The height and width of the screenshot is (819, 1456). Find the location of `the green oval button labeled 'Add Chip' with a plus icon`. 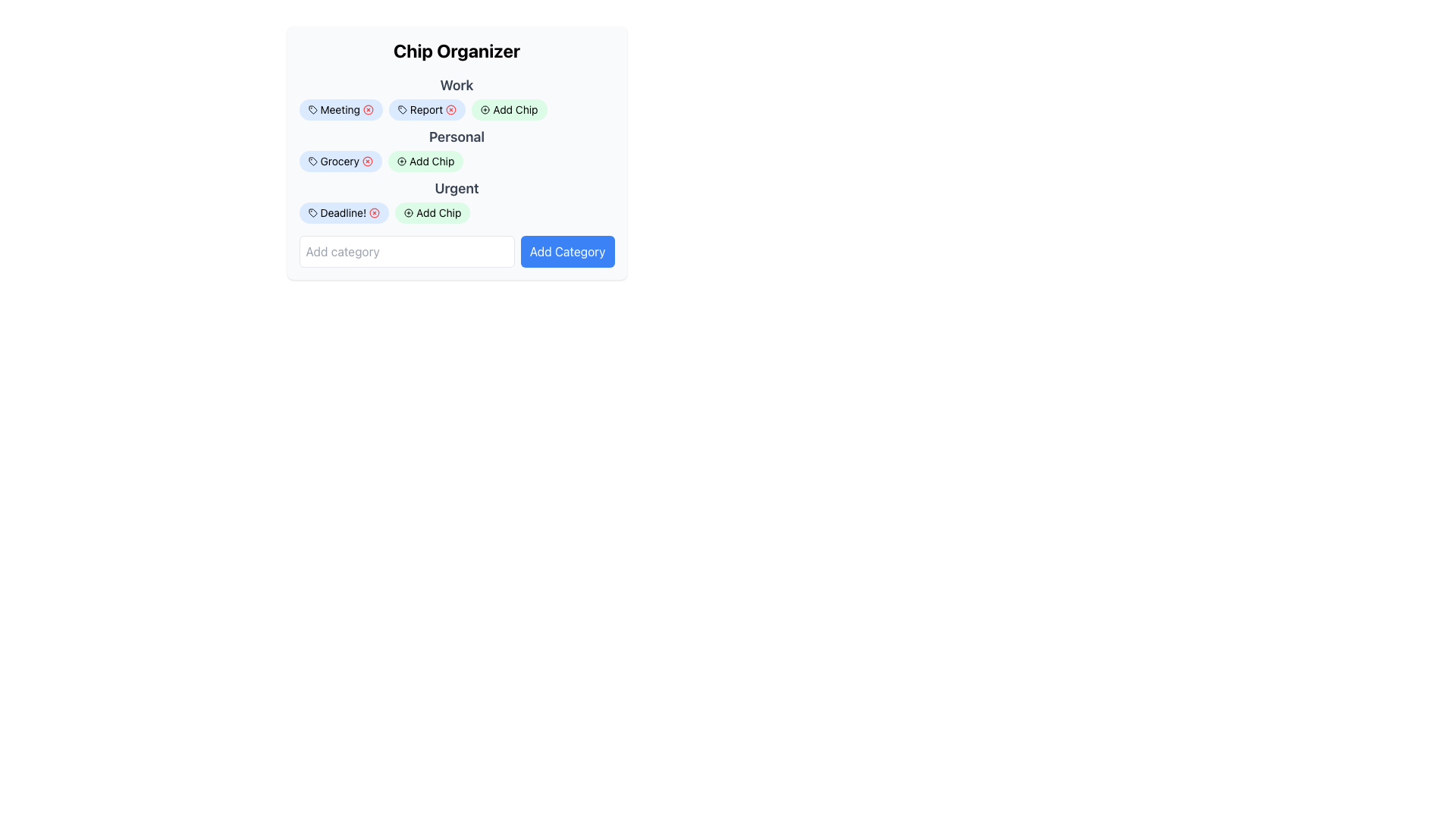

the green oval button labeled 'Add Chip' with a plus icon is located at coordinates (431, 213).